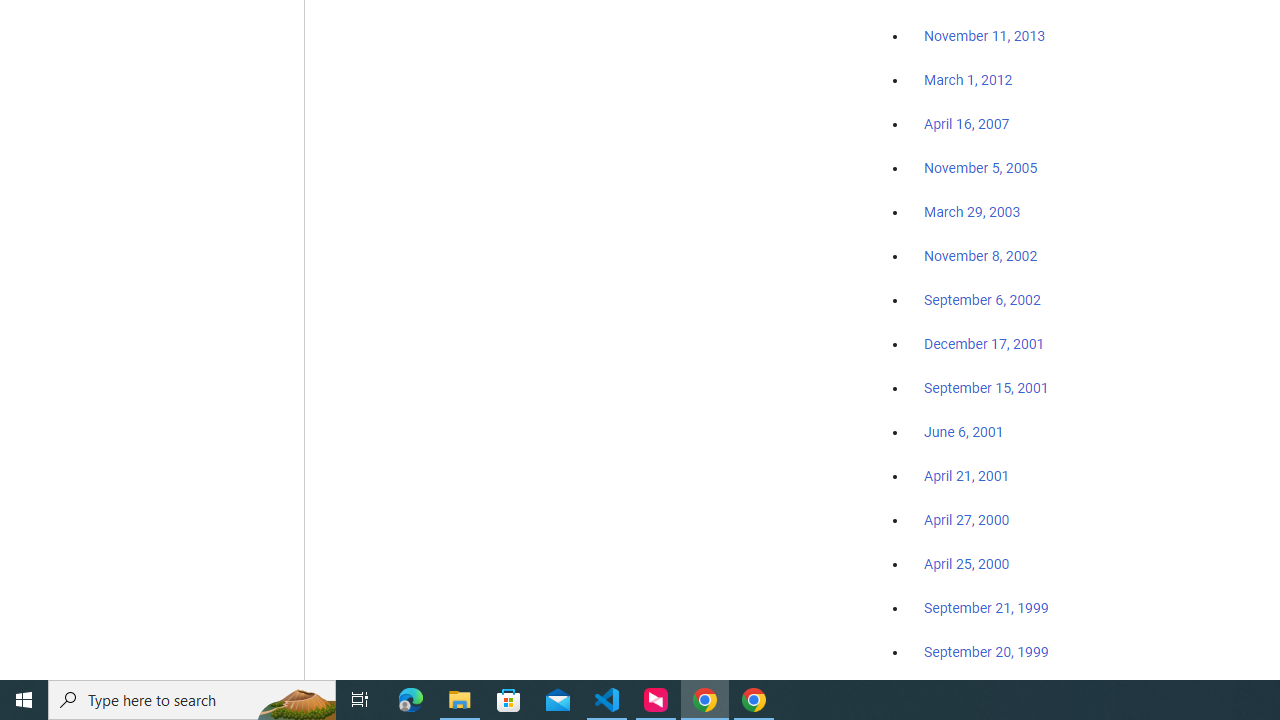 This screenshot has height=720, width=1280. What do you see at coordinates (984, 342) in the screenshot?
I see `'December 17, 2001'` at bounding box center [984, 342].